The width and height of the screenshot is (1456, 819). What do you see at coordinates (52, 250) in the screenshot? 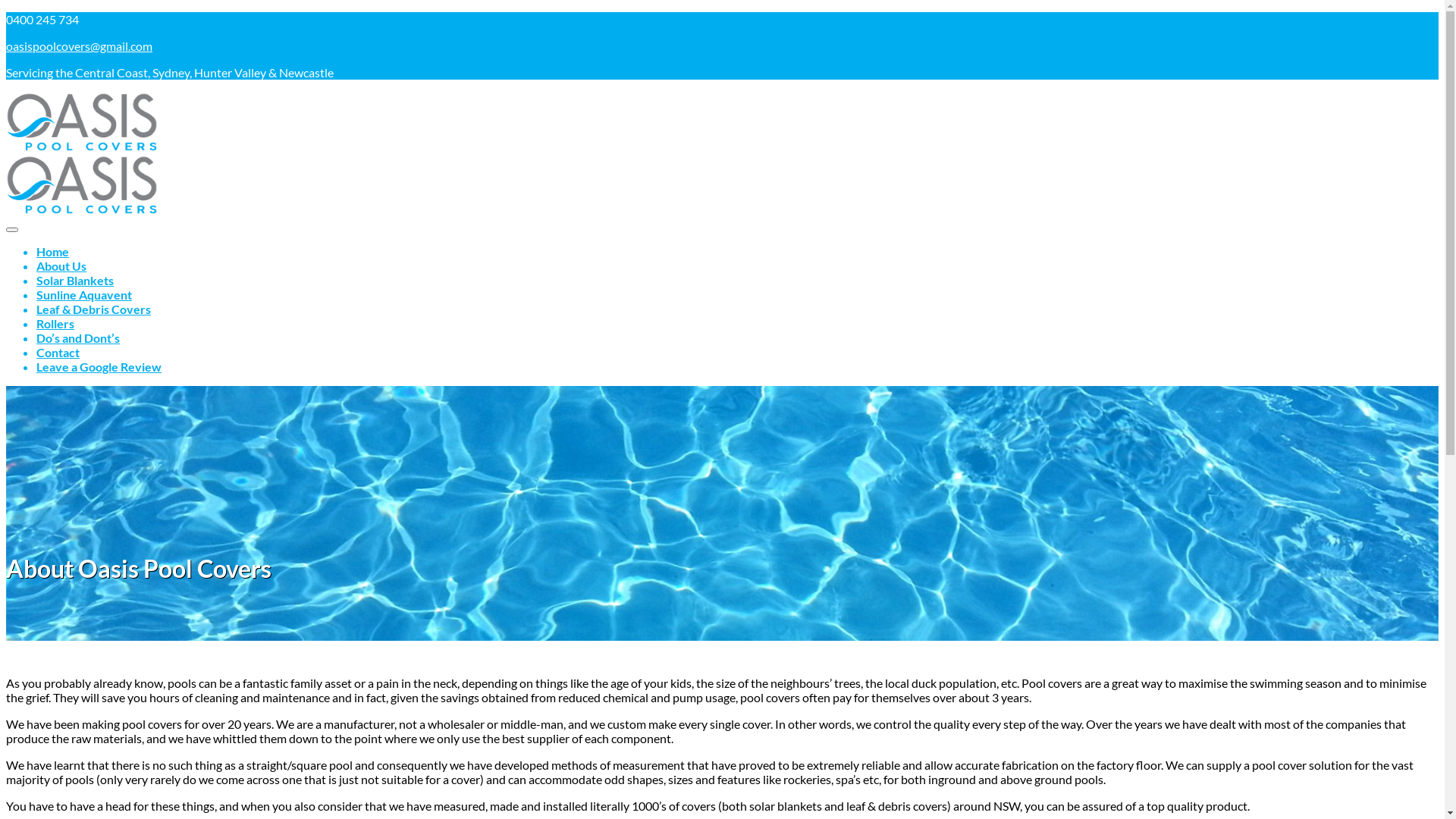
I see `'Home'` at bounding box center [52, 250].